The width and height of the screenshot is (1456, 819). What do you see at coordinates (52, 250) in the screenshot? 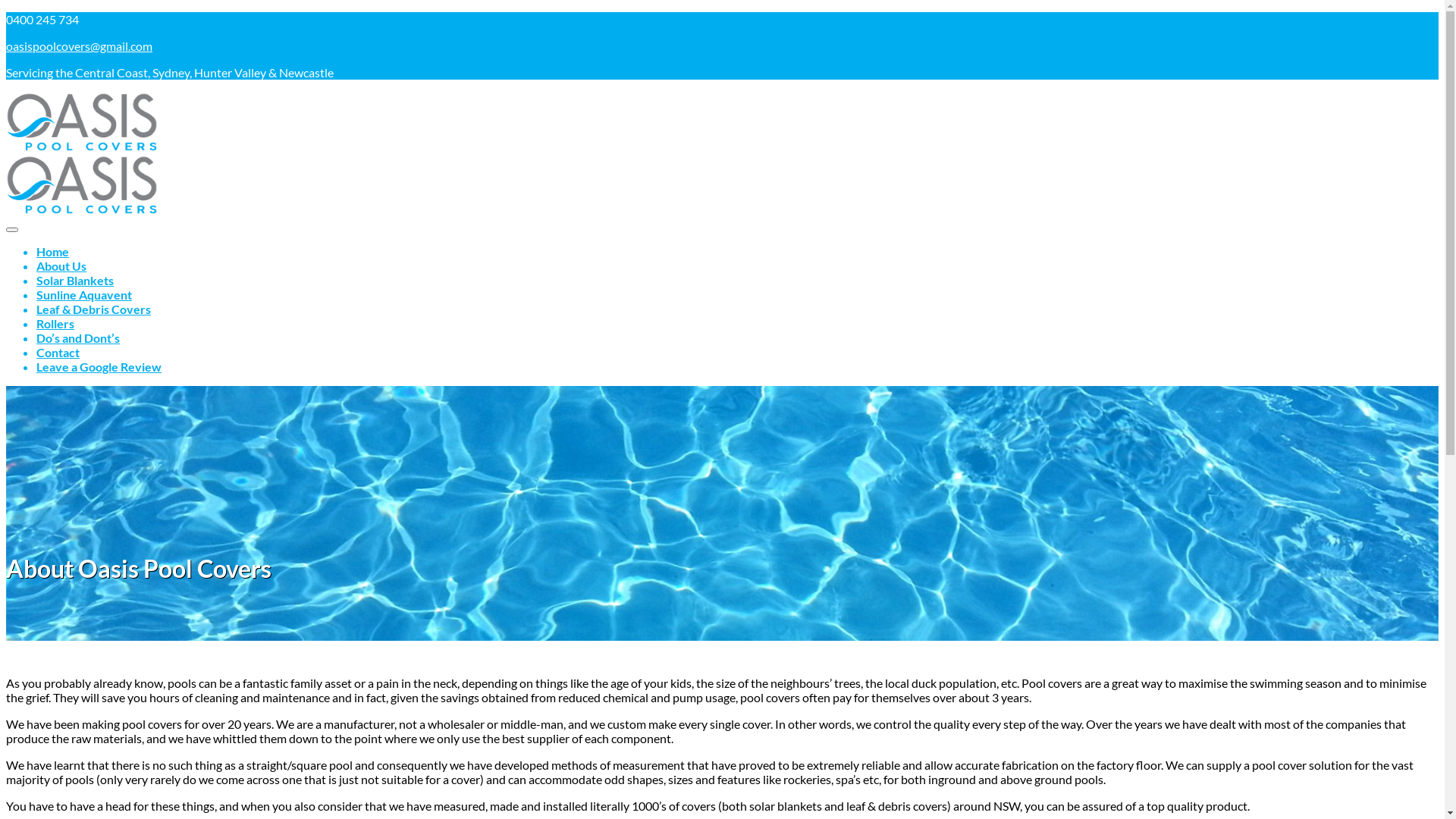
I see `'Home'` at bounding box center [52, 250].